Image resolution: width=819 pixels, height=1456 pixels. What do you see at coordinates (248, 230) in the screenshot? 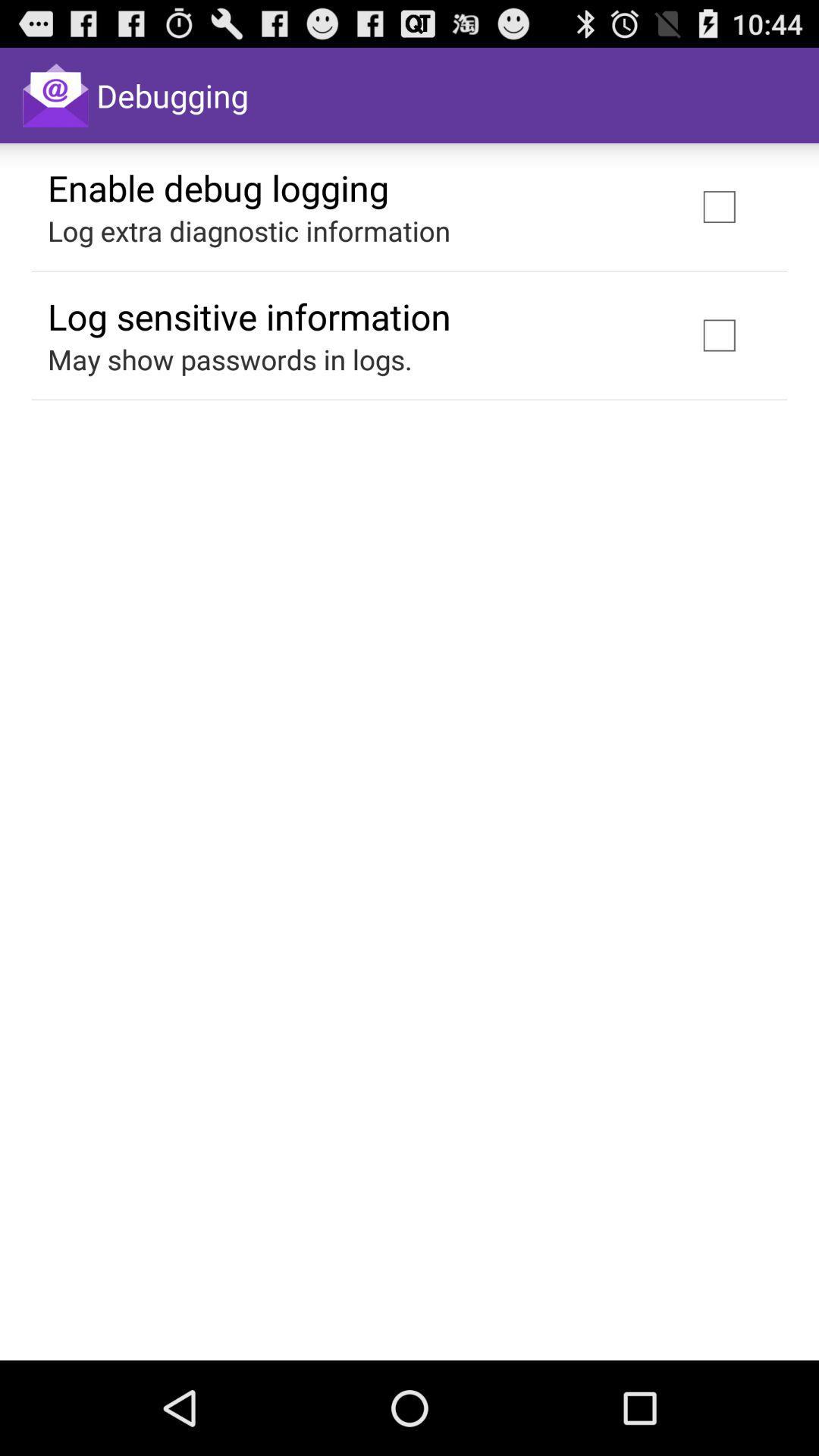
I see `item below the enable debug logging app` at bounding box center [248, 230].